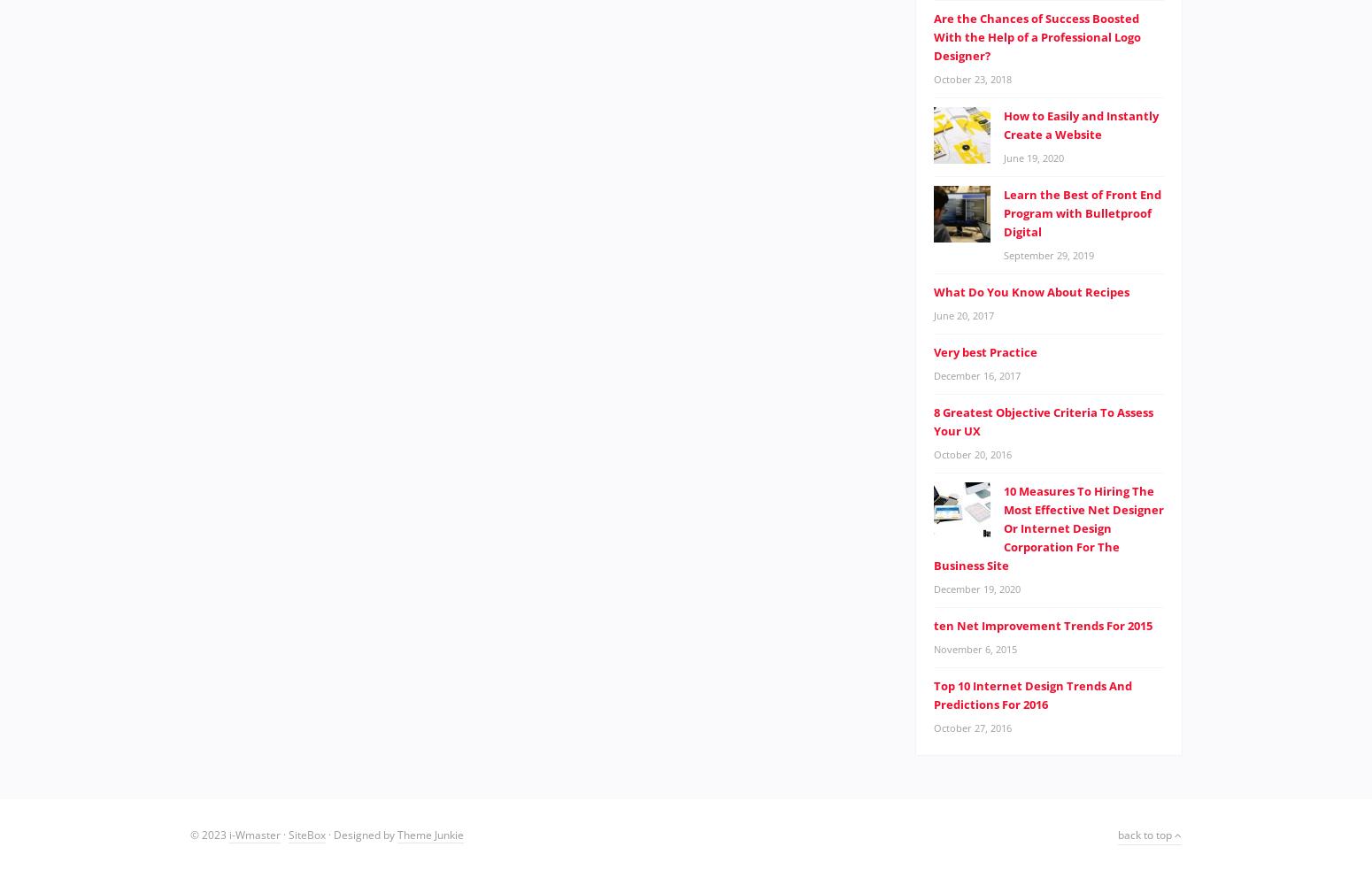  What do you see at coordinates (976, 373) in the screenshot?
I see `'December 16, 2017'` at bounding box center [976, 373].